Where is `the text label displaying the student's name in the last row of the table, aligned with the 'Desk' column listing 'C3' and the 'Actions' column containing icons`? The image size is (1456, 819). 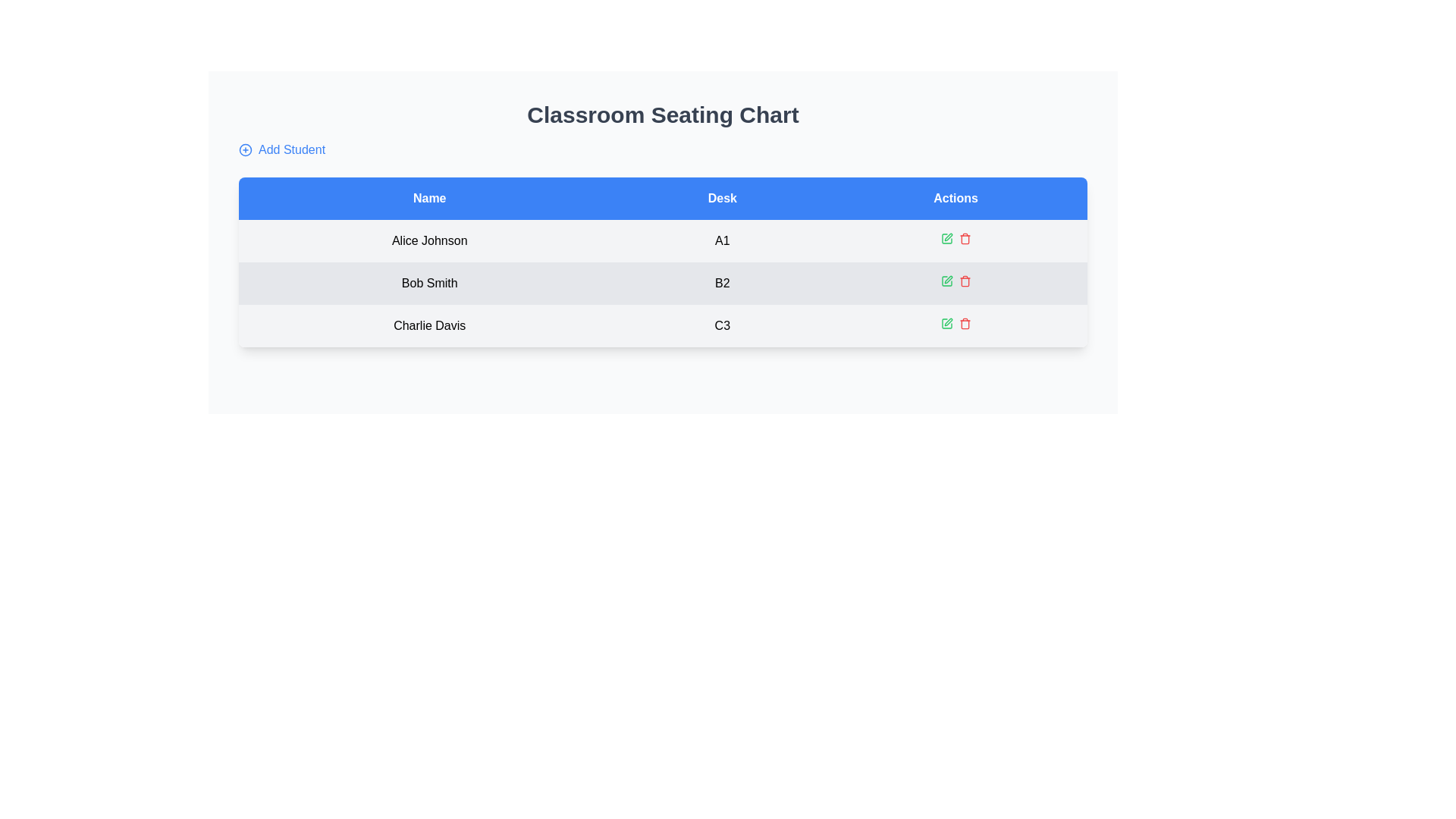
the text label displaying the student's name in the last row of the table, aligned with the 'Desk' column listing 'C3' and the 'Actions' column containing icons is located at coordinates (428, 325).